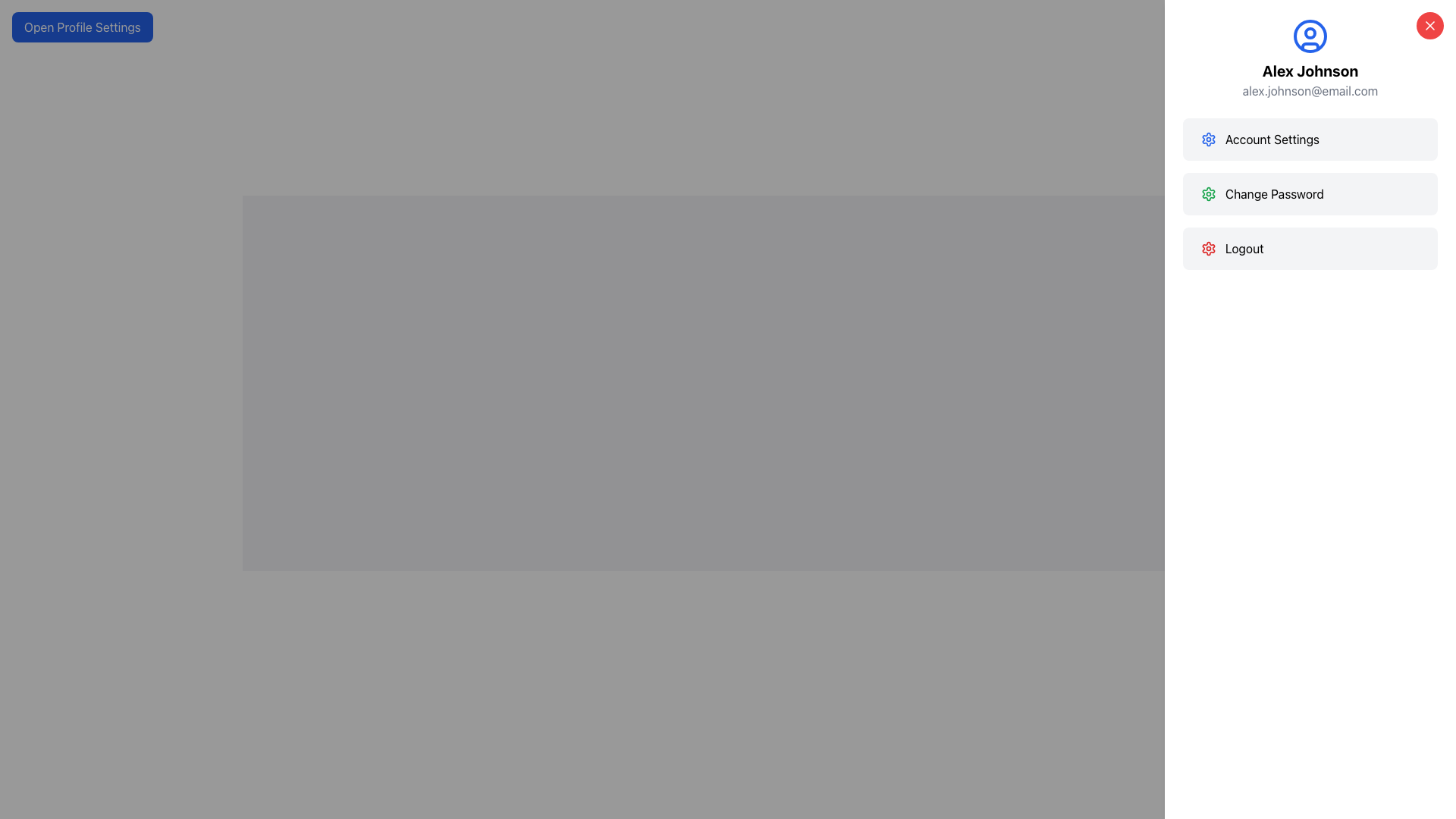  What do you see at coordinates (1207, 247) in the screenshot?
I see `the red gear-shaped icon located to the left of the 'Logout' label in the profile management section` at bounding box center [1207, 247].